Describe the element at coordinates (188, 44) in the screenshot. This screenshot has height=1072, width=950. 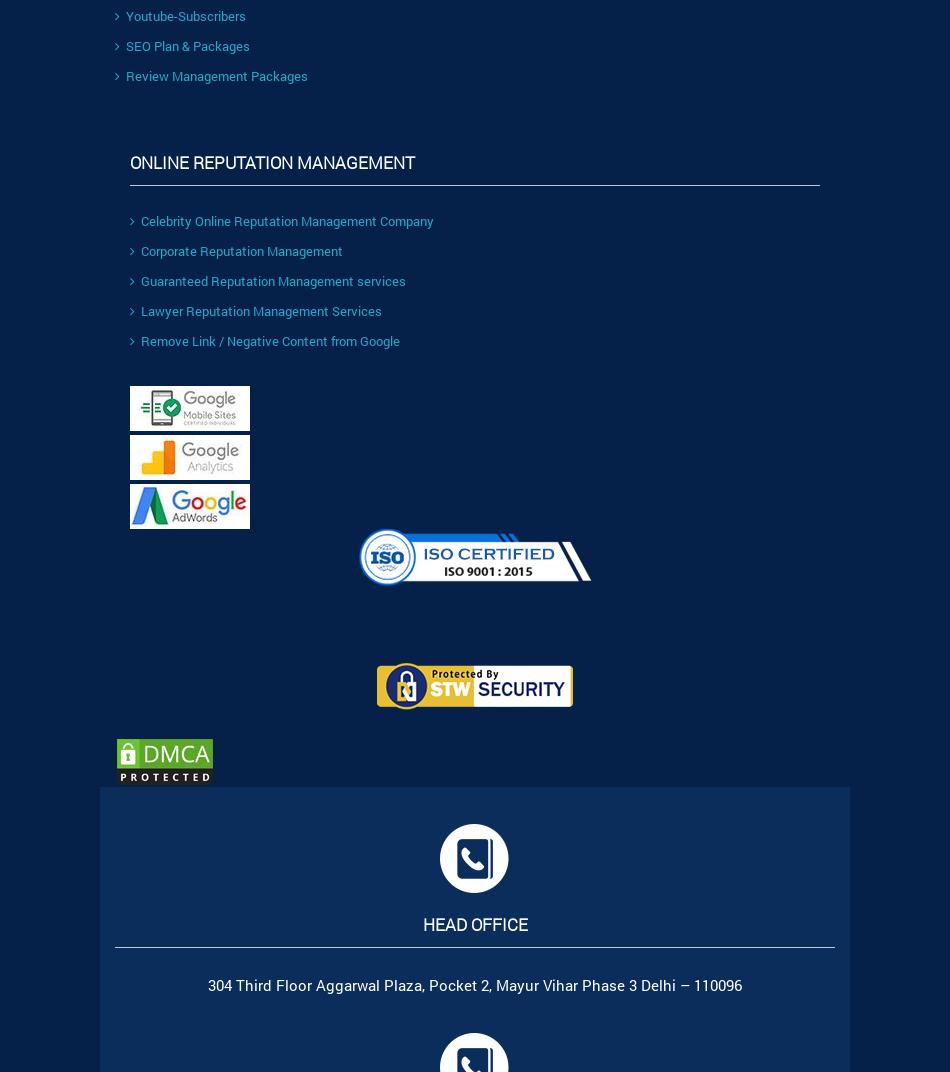
I see `'SEO Plan & Packages'` at that location.